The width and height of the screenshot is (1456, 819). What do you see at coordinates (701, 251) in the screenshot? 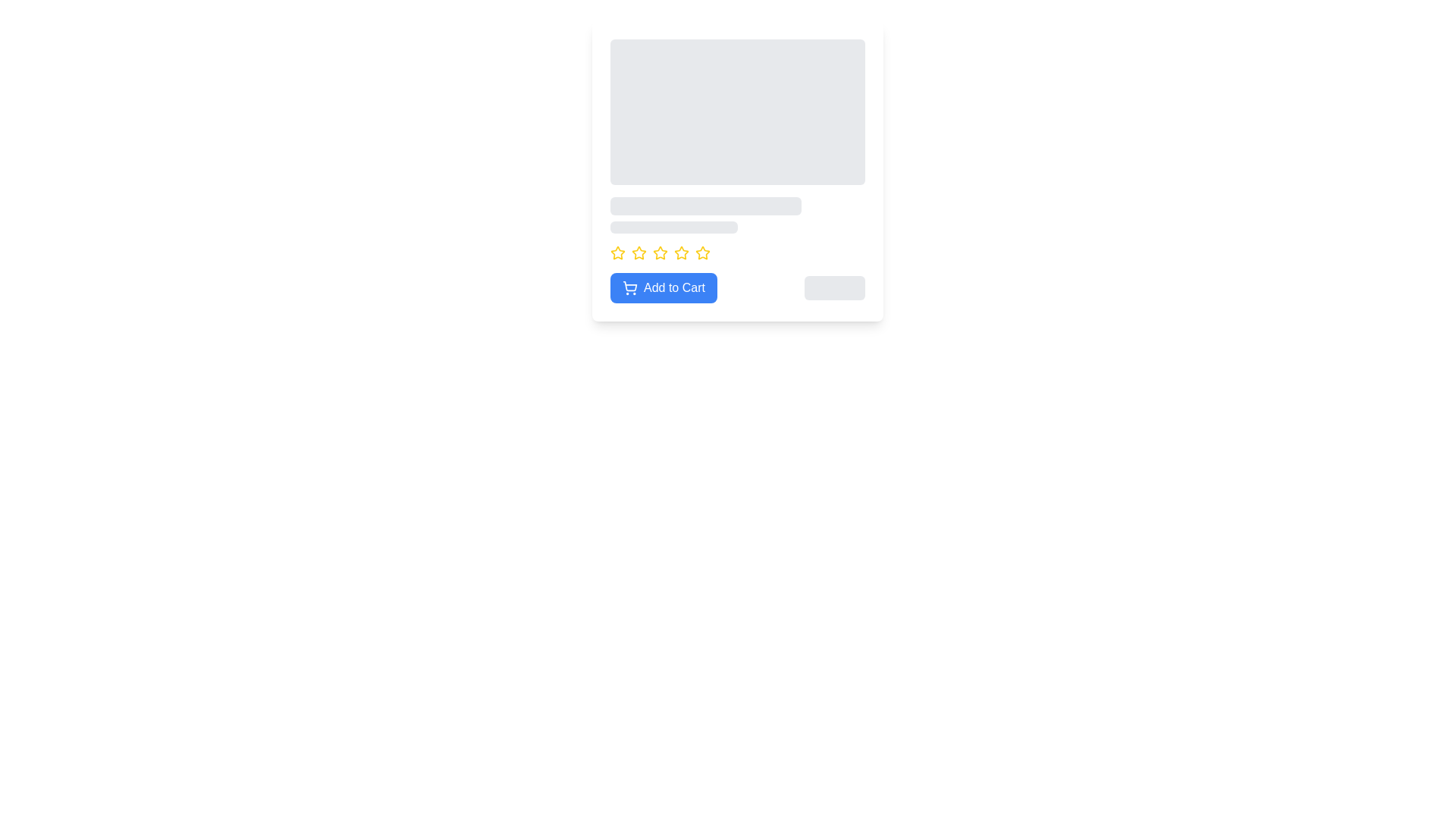
I see `the fifth rating star icon, which is styled with a yellow border and no fill` at bounding box center [701, 251].